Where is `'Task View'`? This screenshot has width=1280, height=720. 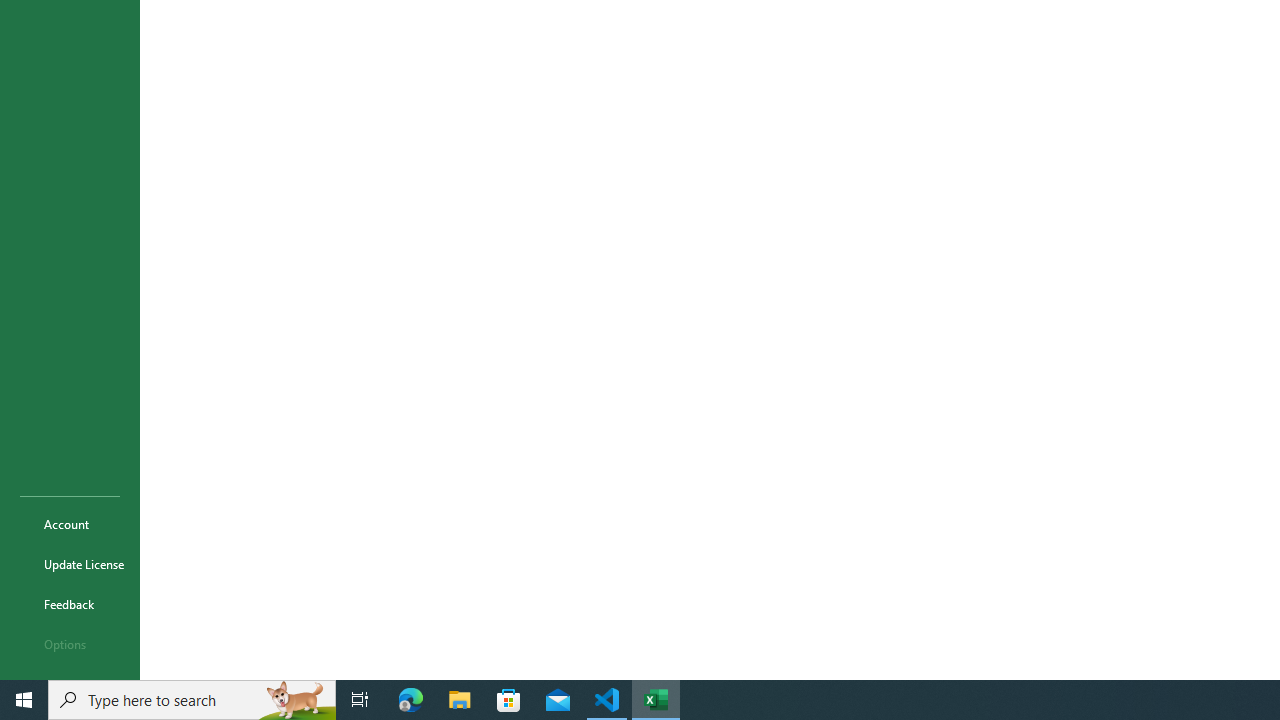
'Task View' is located at coordinates (359, 698).